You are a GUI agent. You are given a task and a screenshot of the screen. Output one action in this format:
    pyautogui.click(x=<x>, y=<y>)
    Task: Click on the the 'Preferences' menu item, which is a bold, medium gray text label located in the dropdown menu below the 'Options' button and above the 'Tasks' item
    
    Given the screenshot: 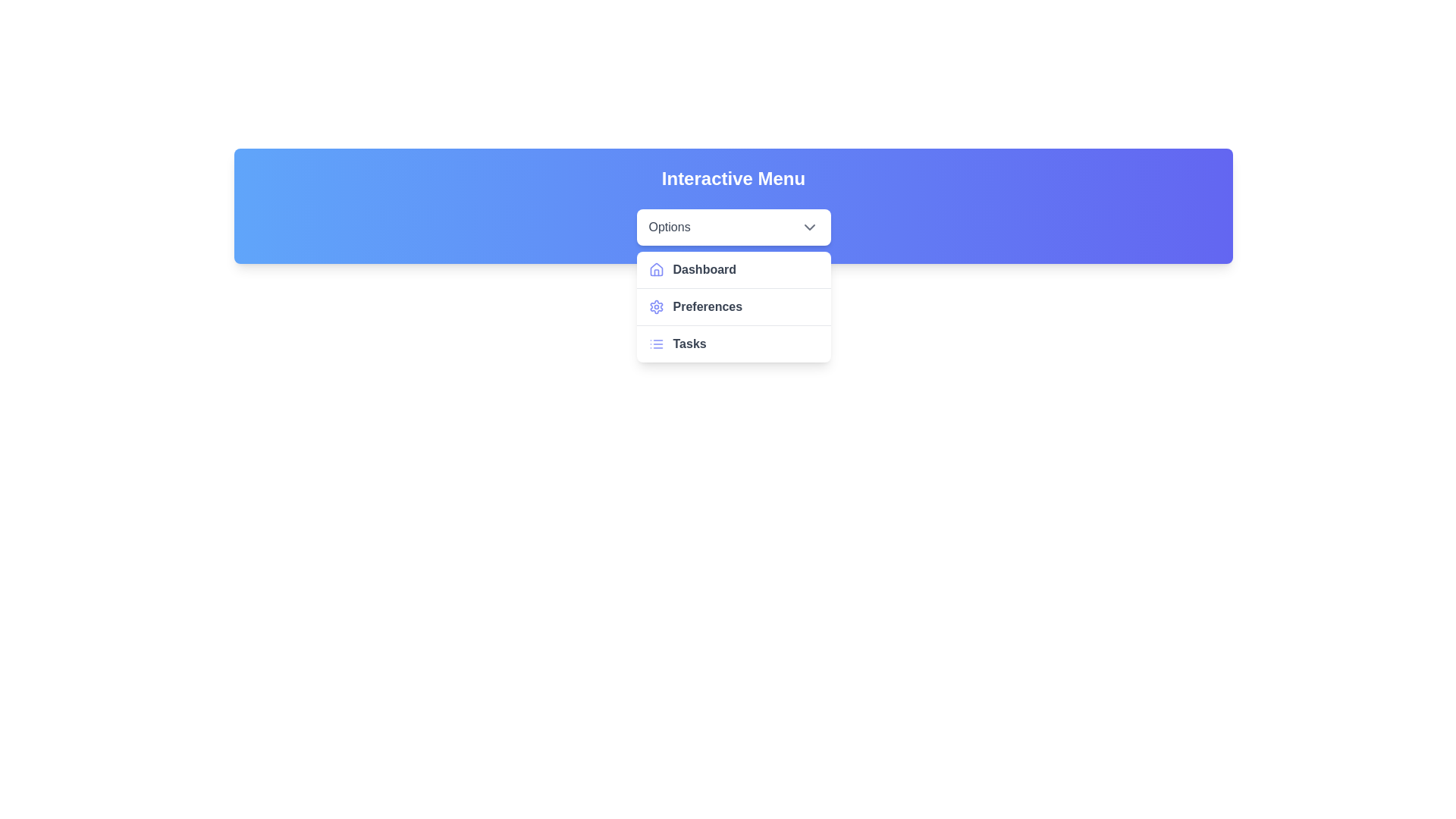 What is the action you would take?
    pyautogui.click(x=733, y=307)
    